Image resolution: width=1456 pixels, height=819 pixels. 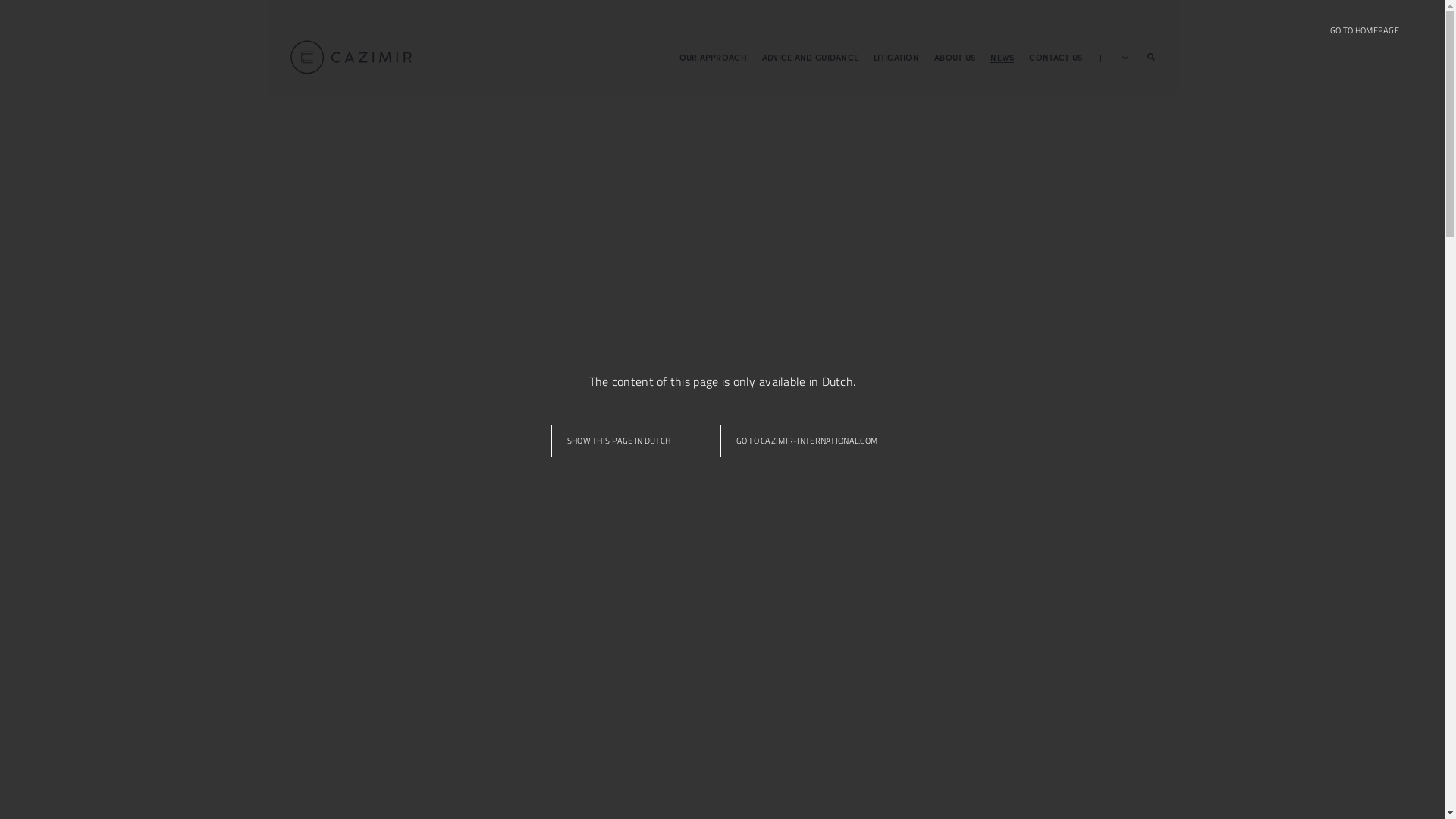 I want to click on 'OUR APPROACH', so click(x=679, y=55).